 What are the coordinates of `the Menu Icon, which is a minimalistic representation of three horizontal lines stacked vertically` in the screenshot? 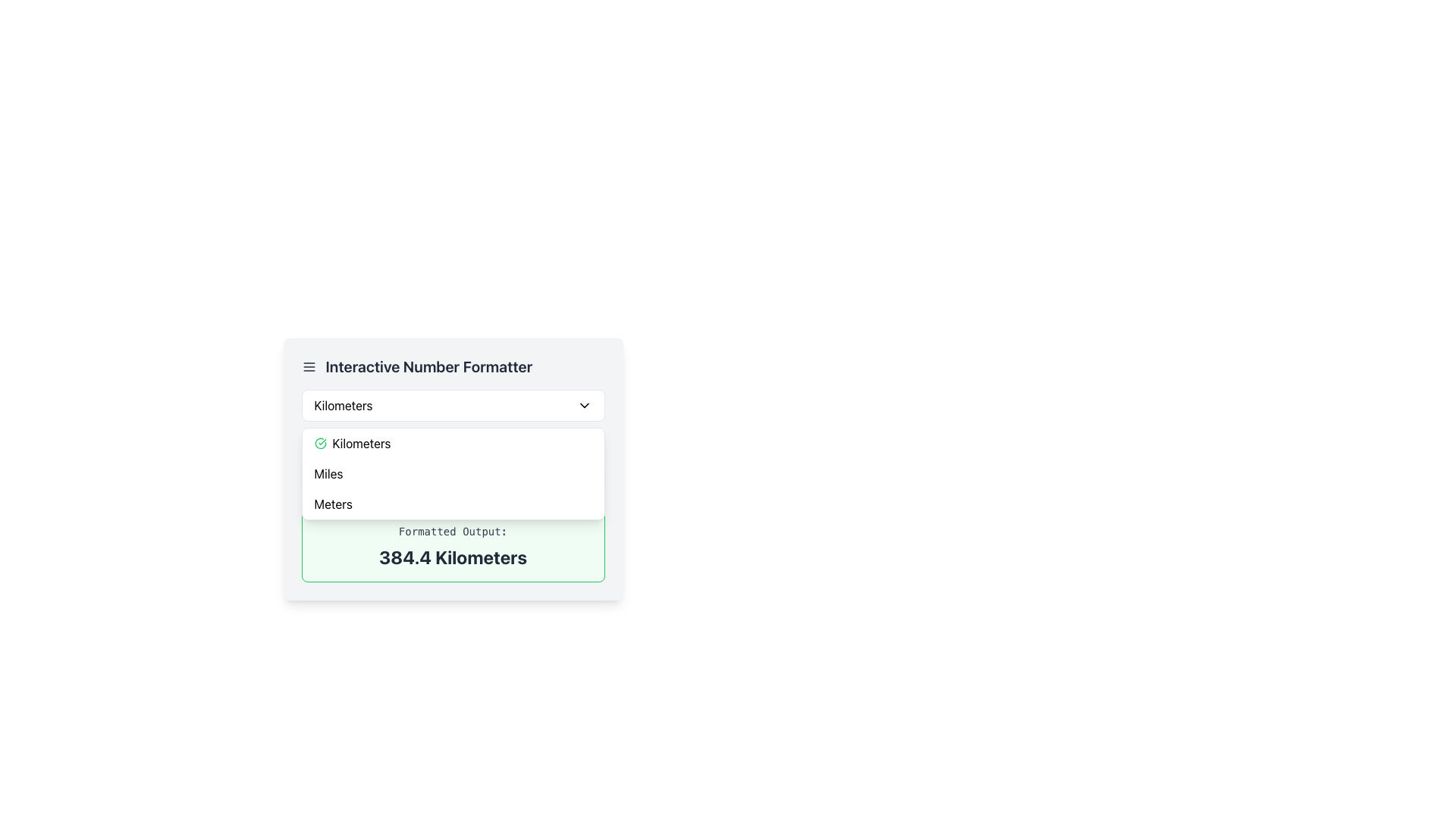 It's located at (308, 366).